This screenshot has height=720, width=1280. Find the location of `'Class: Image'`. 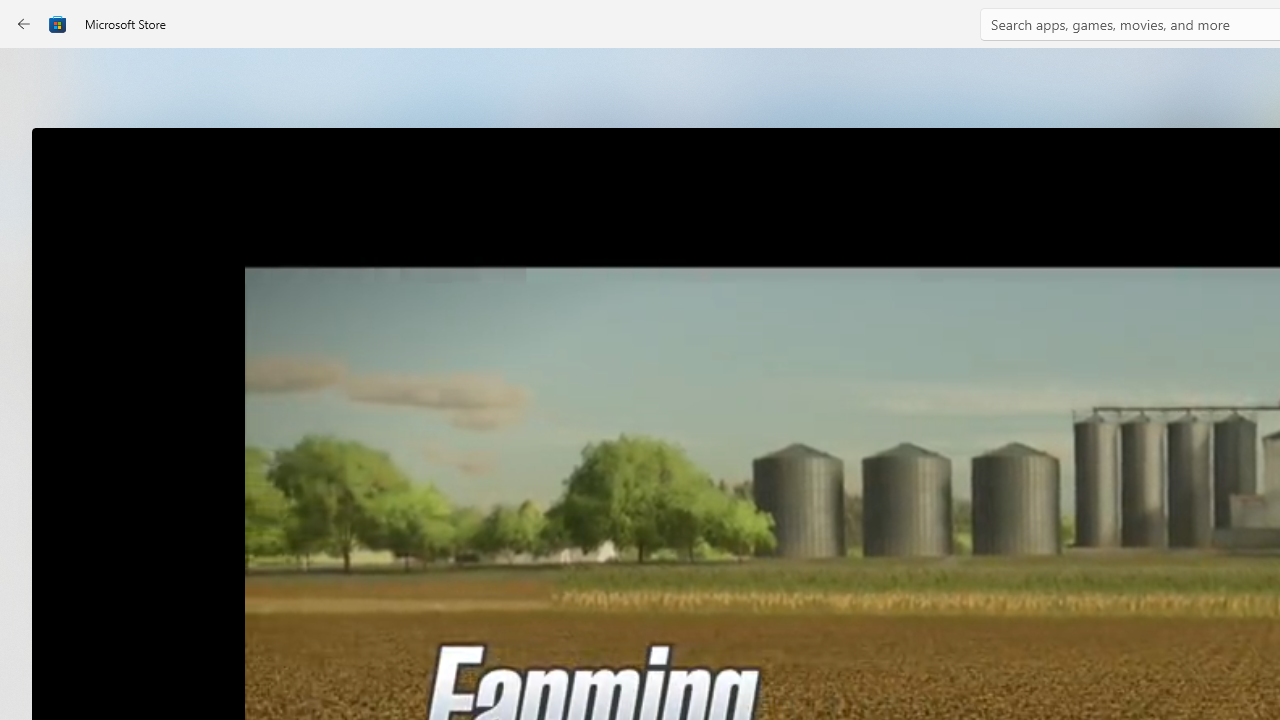

'Class: Image' is located at coordinates (58, 24).